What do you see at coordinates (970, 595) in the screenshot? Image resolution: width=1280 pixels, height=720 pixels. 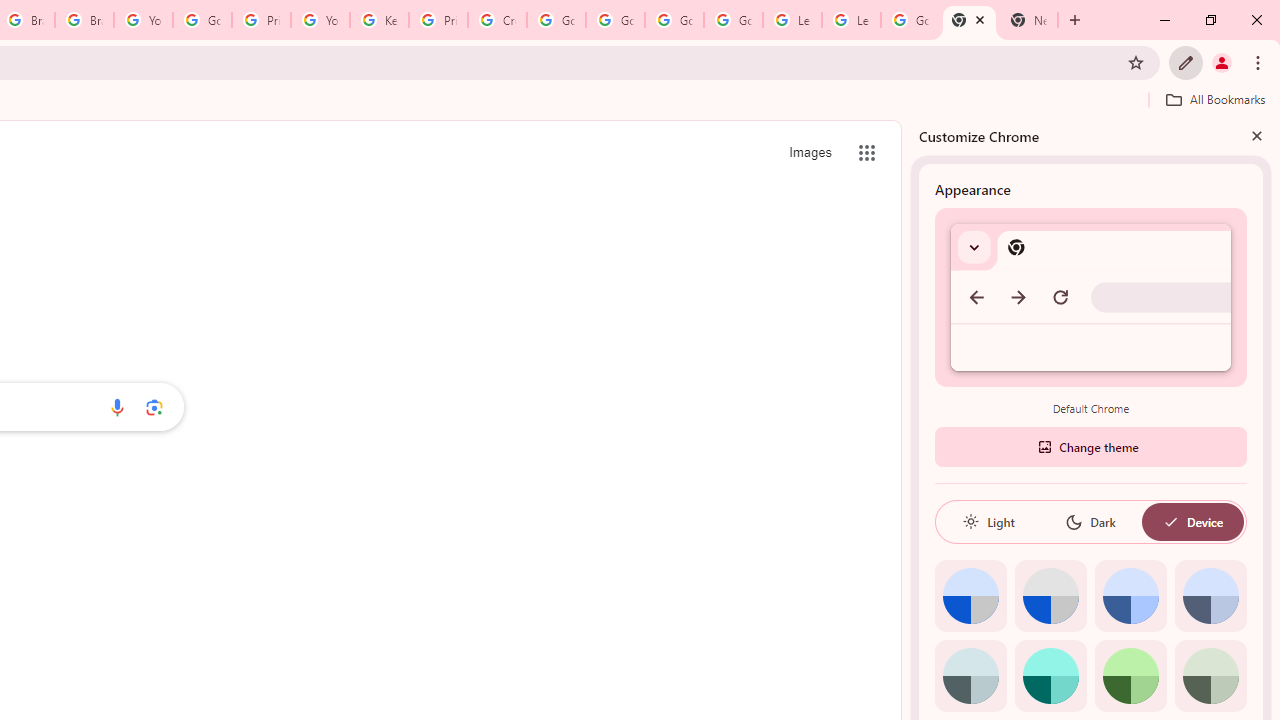 I see `'Default color'` at bounding box center [970, 595].